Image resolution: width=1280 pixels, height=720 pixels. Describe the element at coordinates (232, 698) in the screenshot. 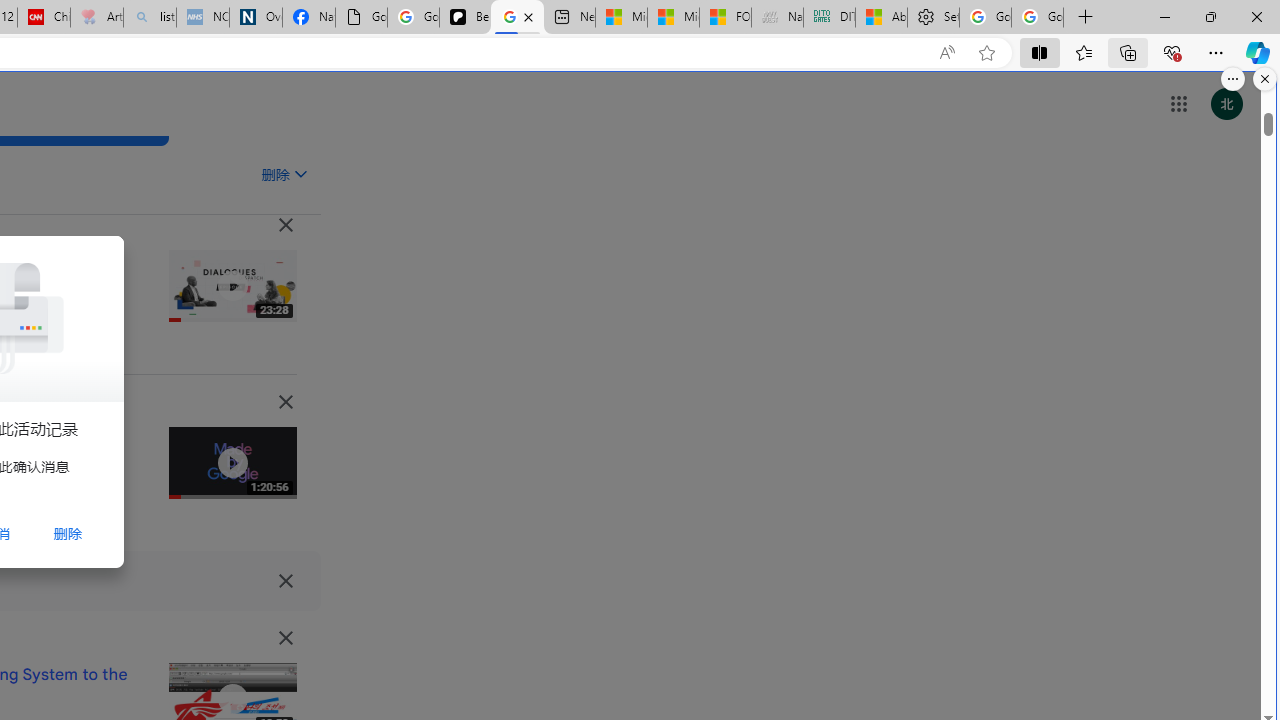

I see `'Class: IVR0f NMm5M'` at that location.